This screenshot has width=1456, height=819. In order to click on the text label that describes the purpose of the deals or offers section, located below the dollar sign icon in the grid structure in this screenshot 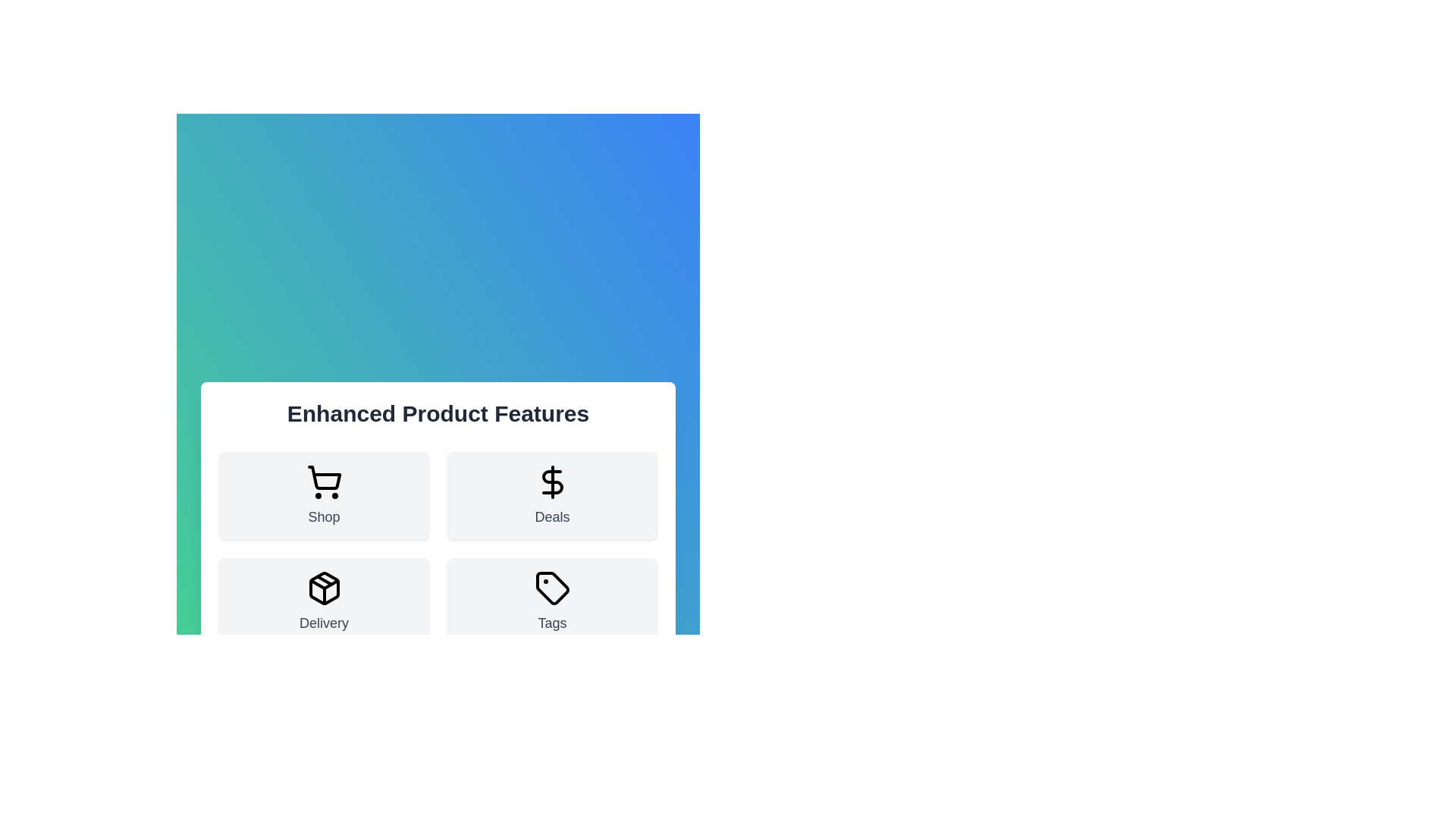, I will do `click(551, 516)`.